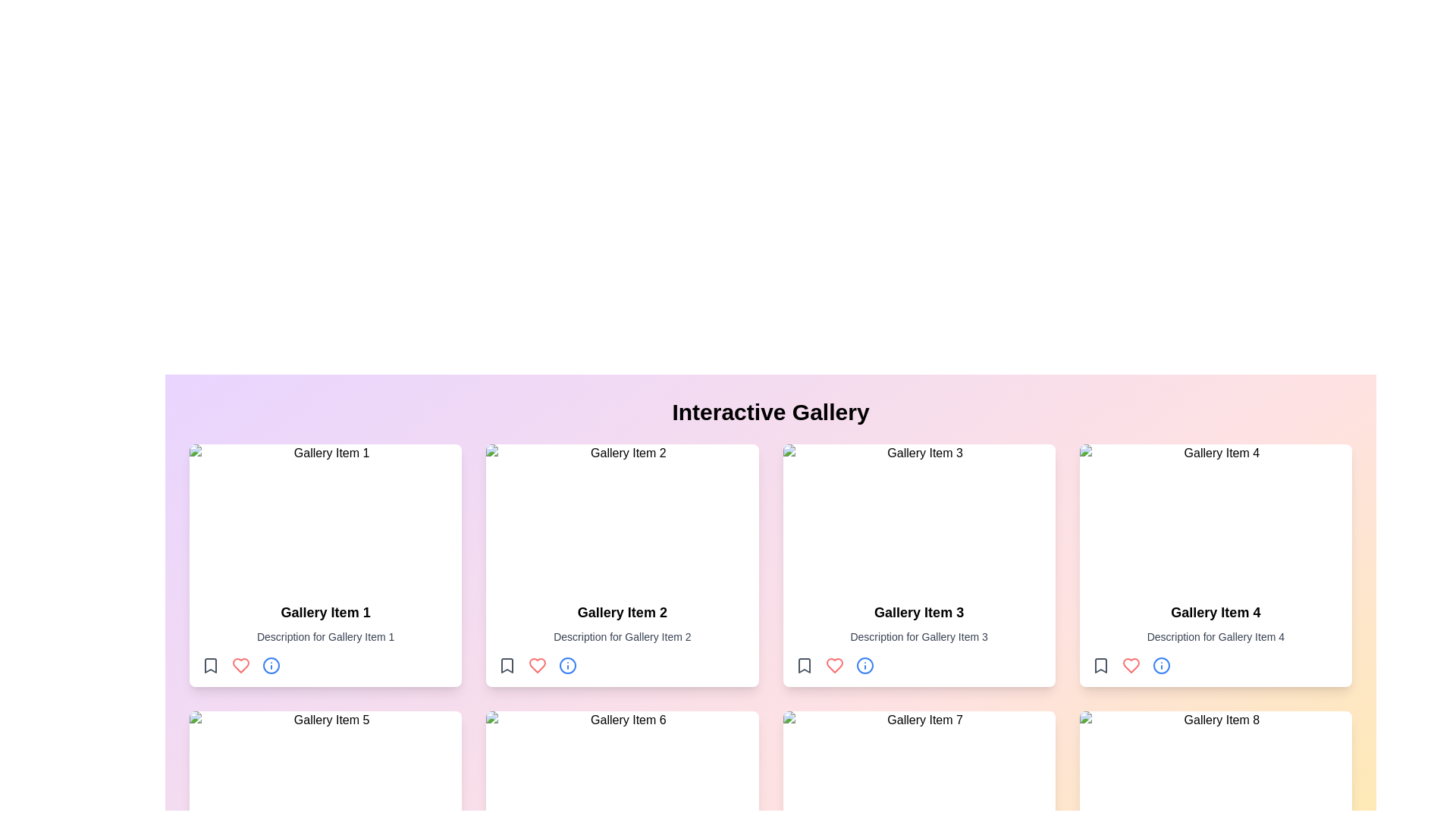 The height and width of the screenshot is (819, 1456). What do you see at coordinates (1160, 665) in the screenshot?
I see `the information indicator icon located at the bottom of the fourth gallery item card in the top row, which is the third icon in a row of three` at bounding box center [1160, 665].